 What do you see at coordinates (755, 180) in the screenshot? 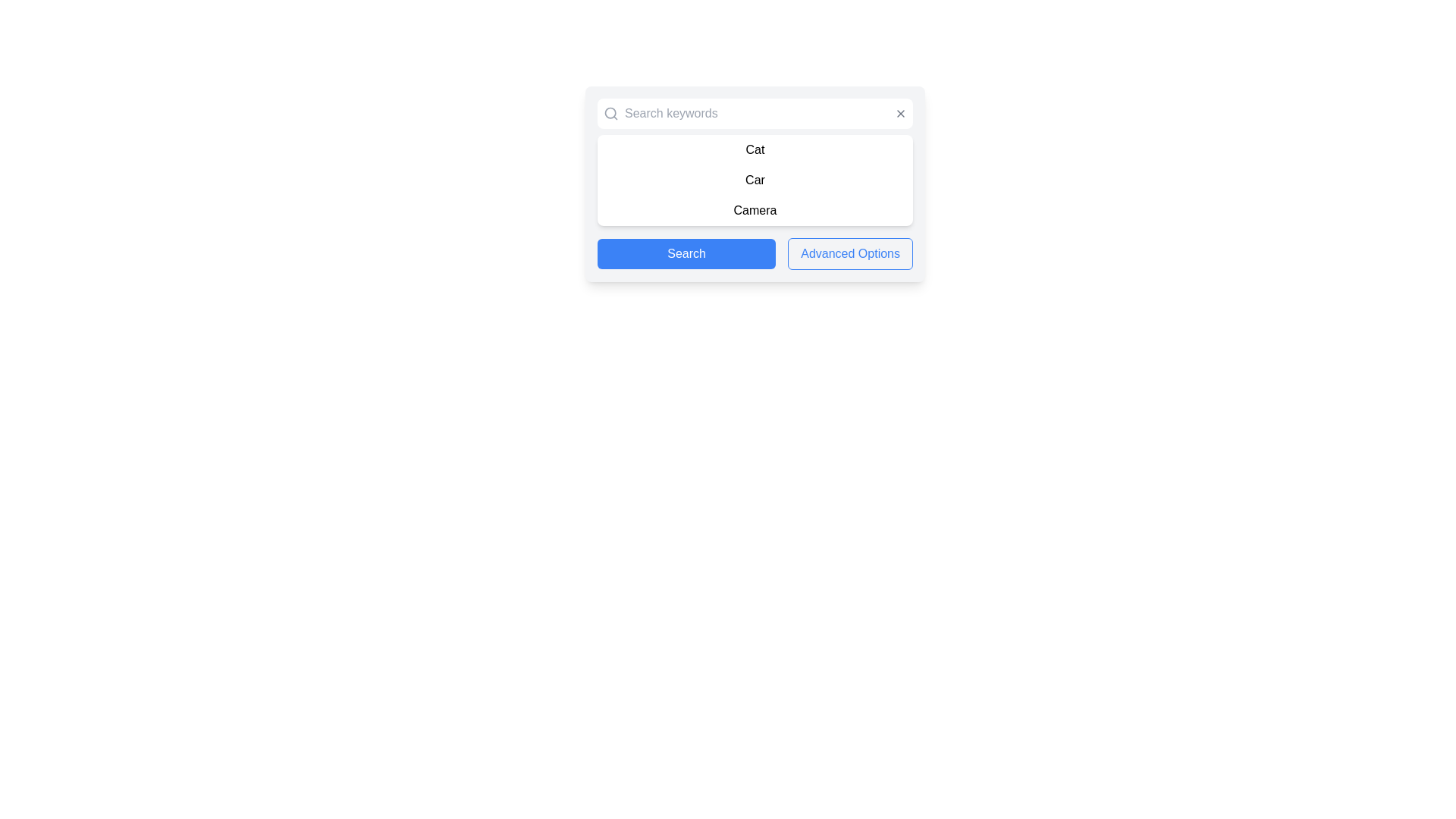
I see `the second item 'Car' in the vertically-stacked list within the dropdown menu` at bounding box center [755, 180].